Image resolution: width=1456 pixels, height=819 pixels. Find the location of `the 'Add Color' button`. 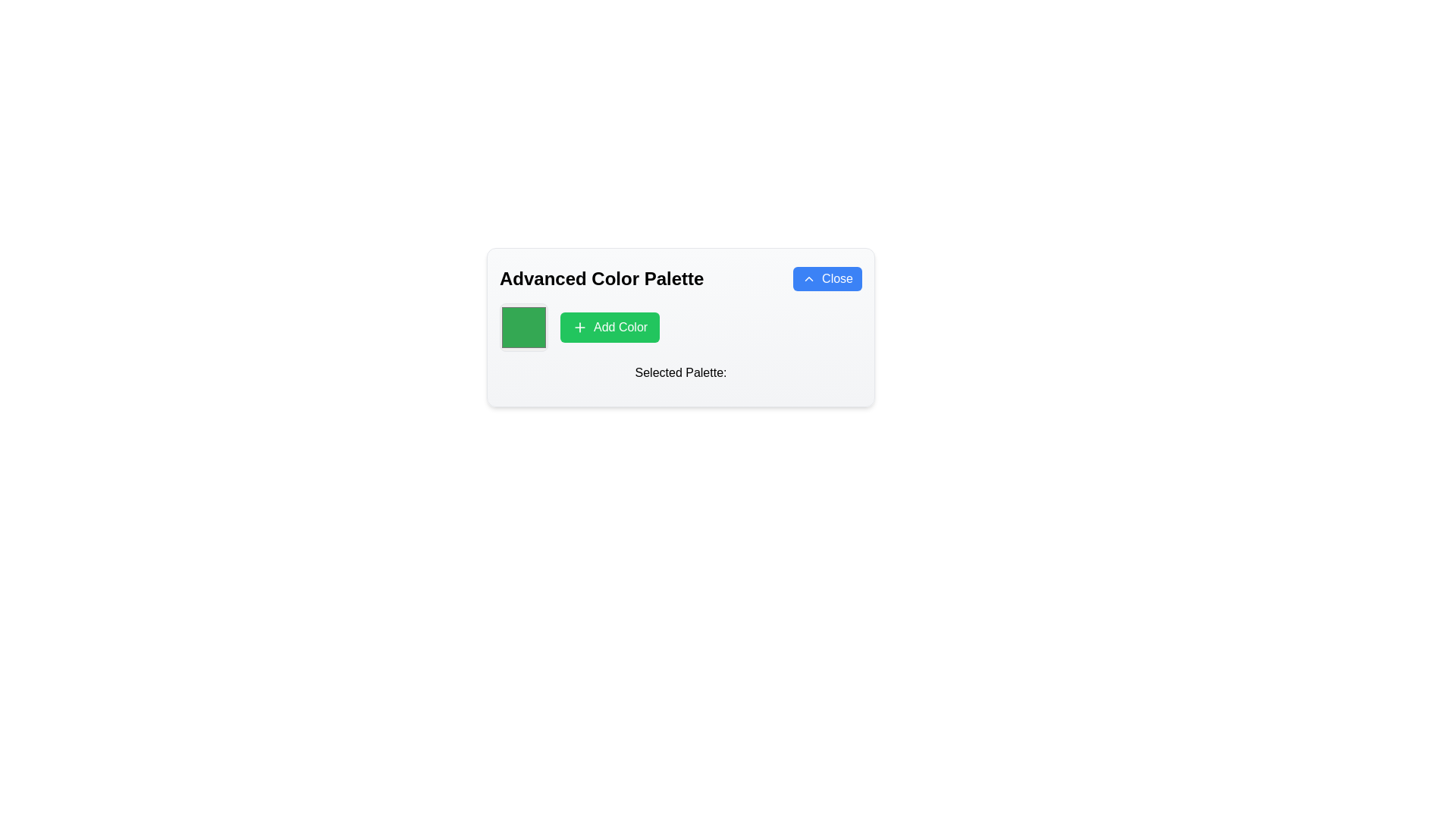

the 'Add Color' button is located at coordinates (610, 327).